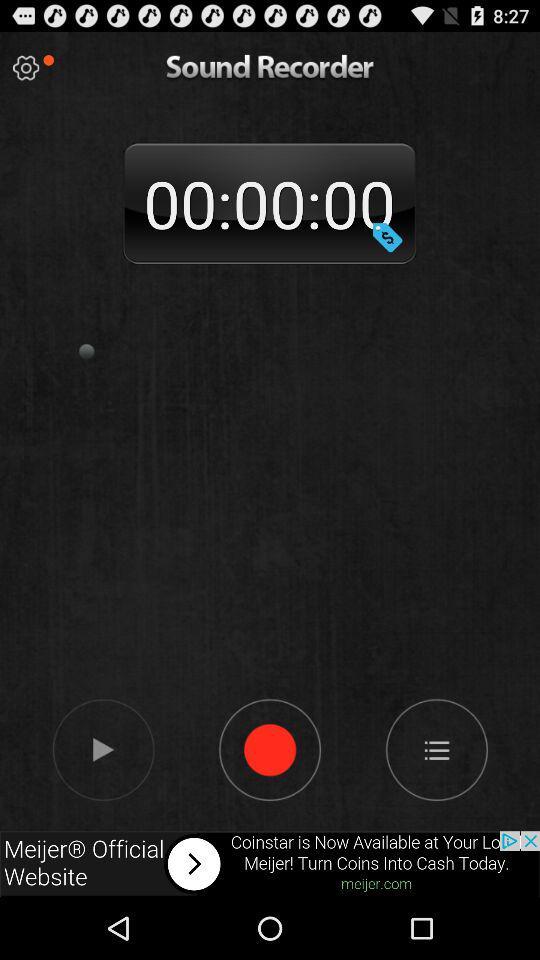 This screenshot has width=540, height=960. Describe the element at coordinates (25, 68) in the screenshot. I see `settings` at that location.